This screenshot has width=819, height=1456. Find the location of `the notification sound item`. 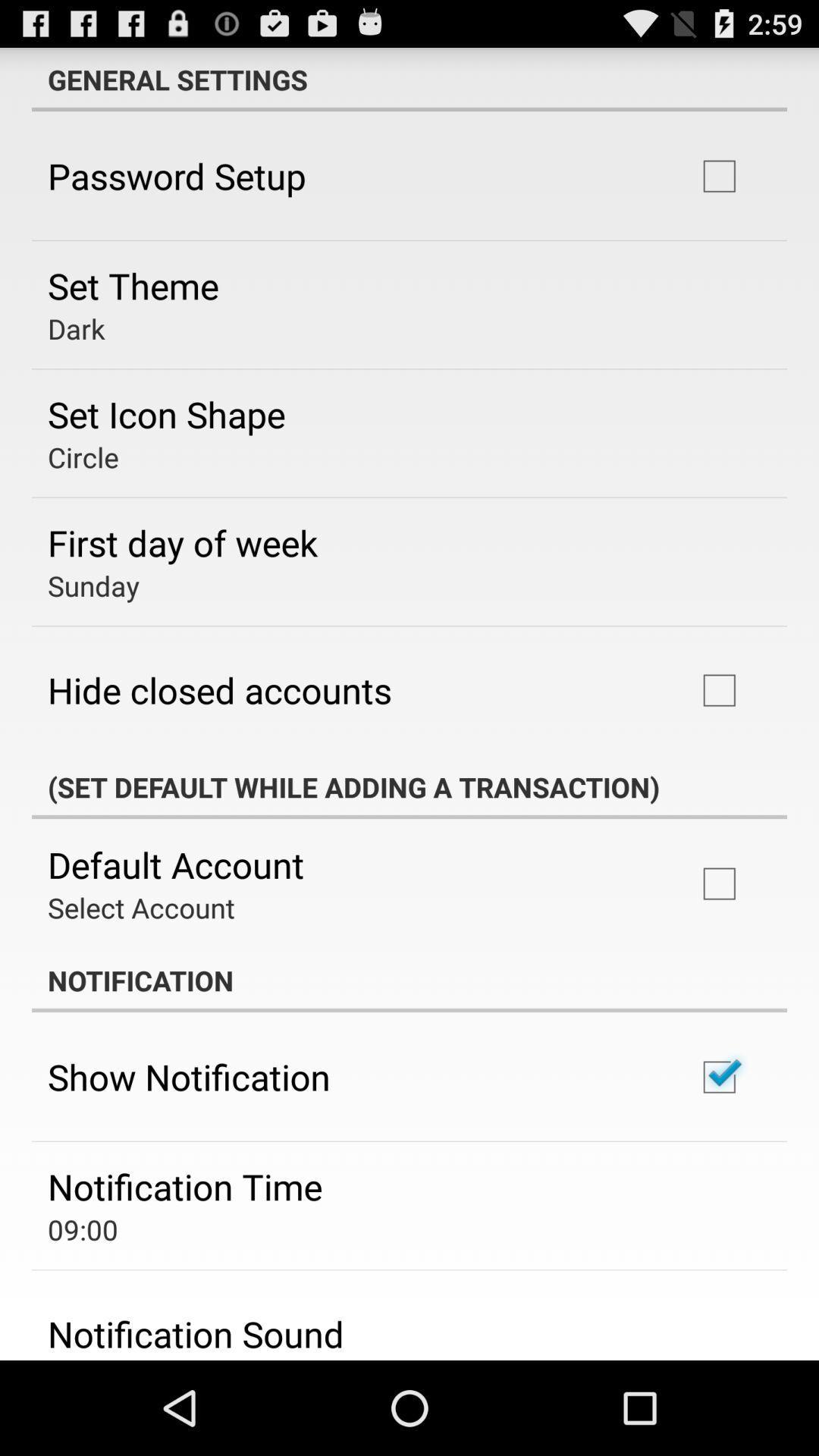

the notification sound item is located at coordinates (195, 1333).